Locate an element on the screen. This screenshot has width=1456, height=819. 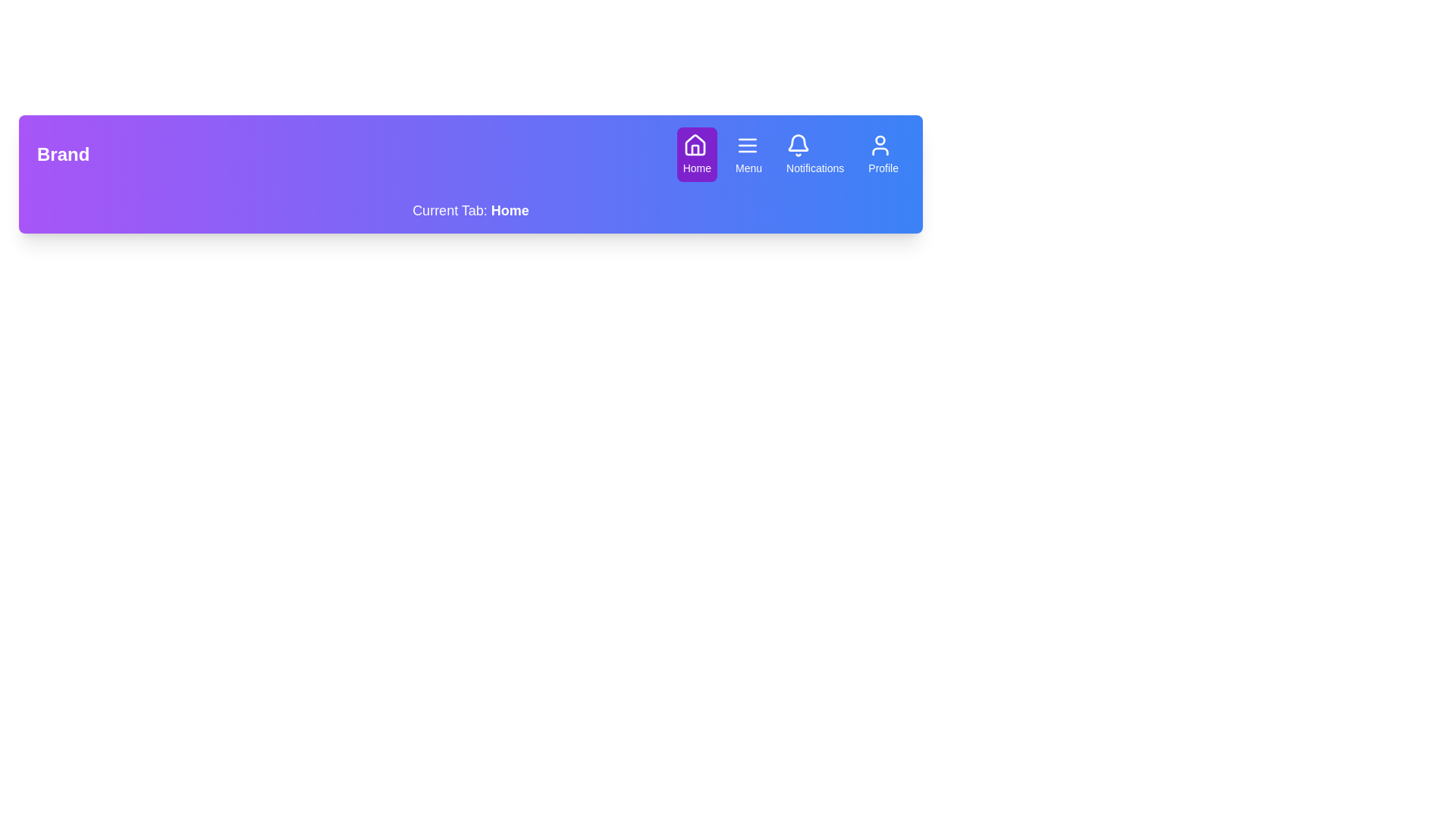
the bell-shaped icon within the 'Notifications' button in the navigation menu is located at coordinates (798, 146).